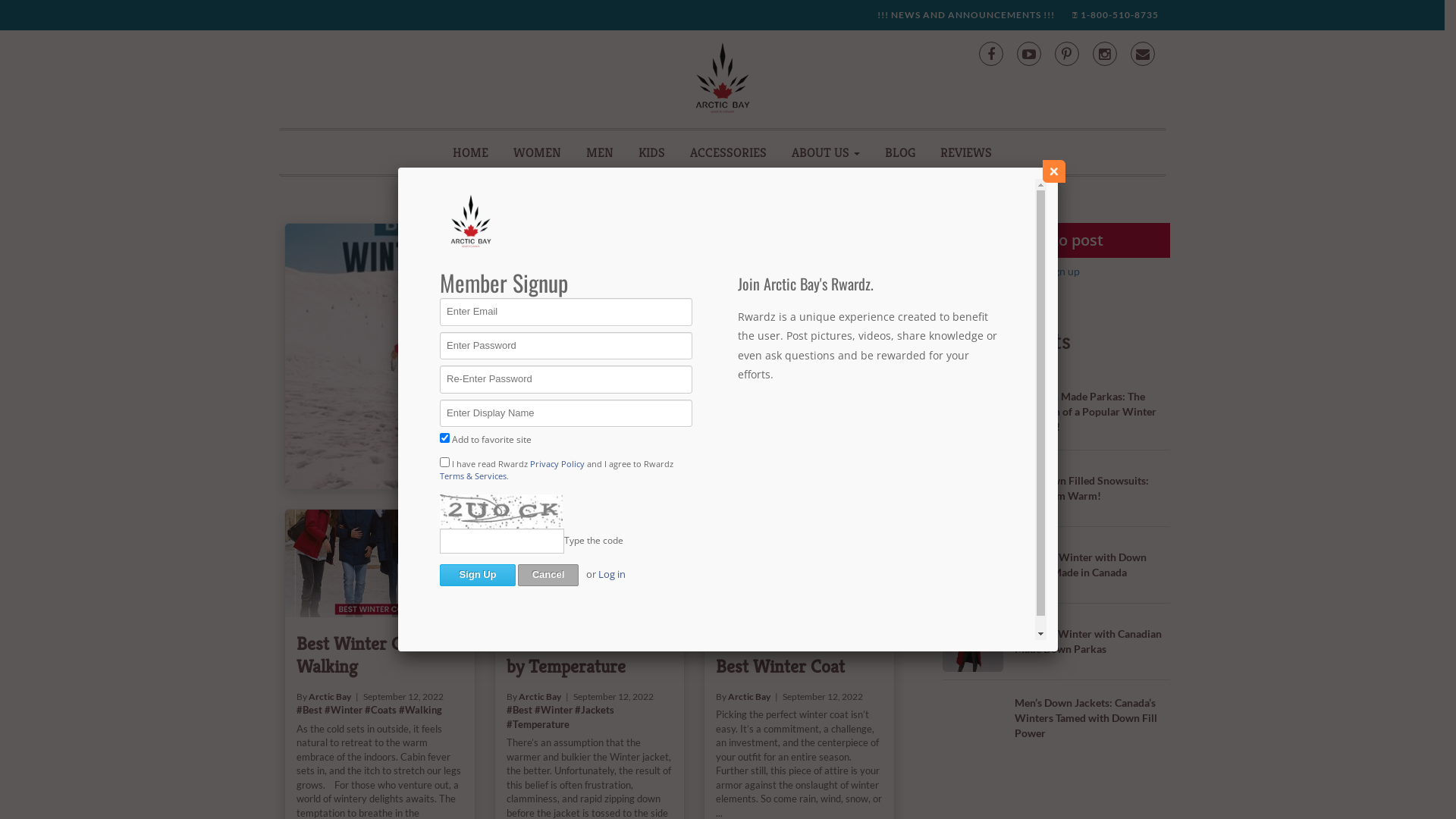  What do you see at coordinates (399, 710) in the screenshot?
I see `'#Walking'` at bounding box center [399, 710].